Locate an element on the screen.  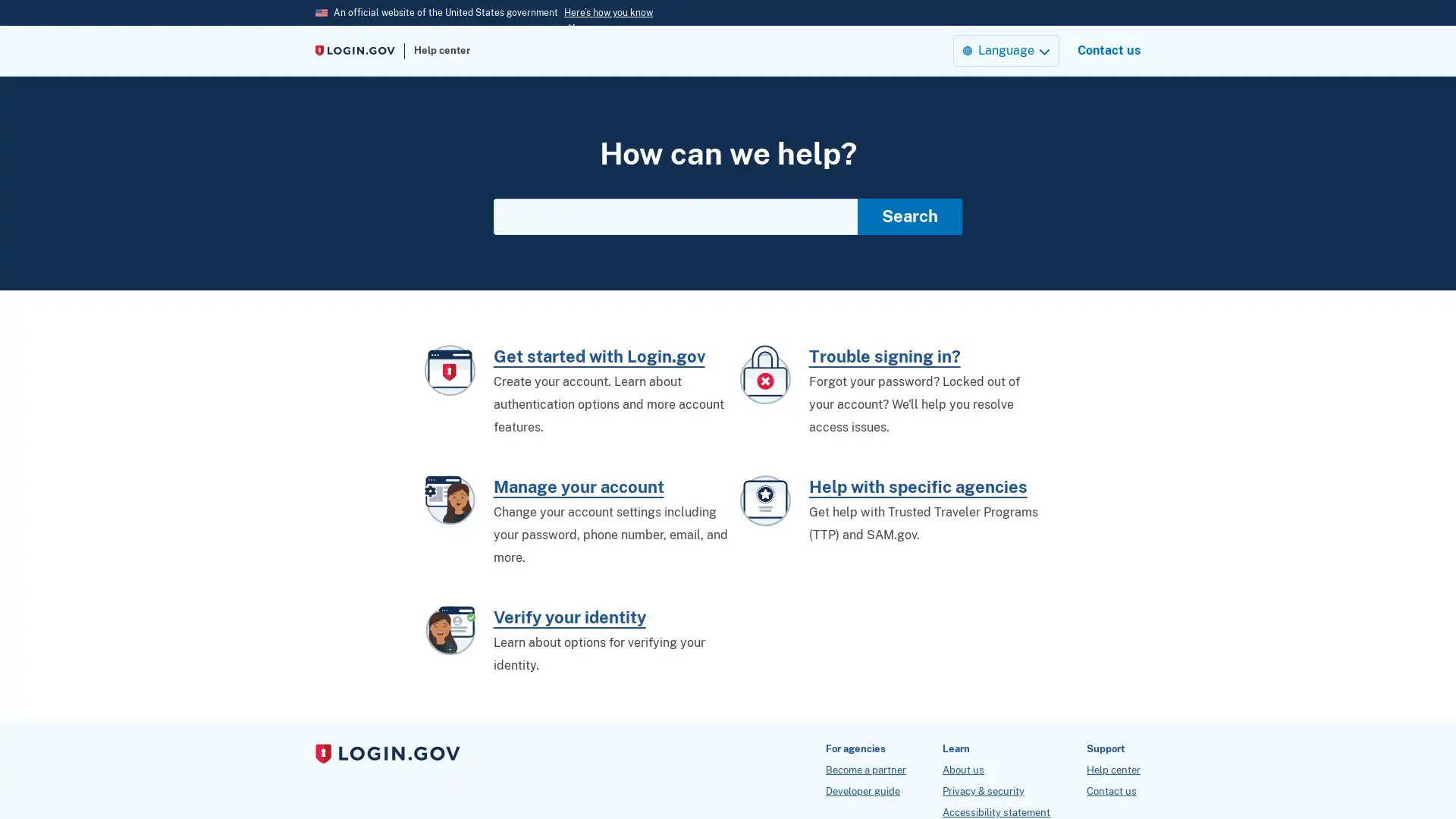
Language is located at coordinates (1006, 49).